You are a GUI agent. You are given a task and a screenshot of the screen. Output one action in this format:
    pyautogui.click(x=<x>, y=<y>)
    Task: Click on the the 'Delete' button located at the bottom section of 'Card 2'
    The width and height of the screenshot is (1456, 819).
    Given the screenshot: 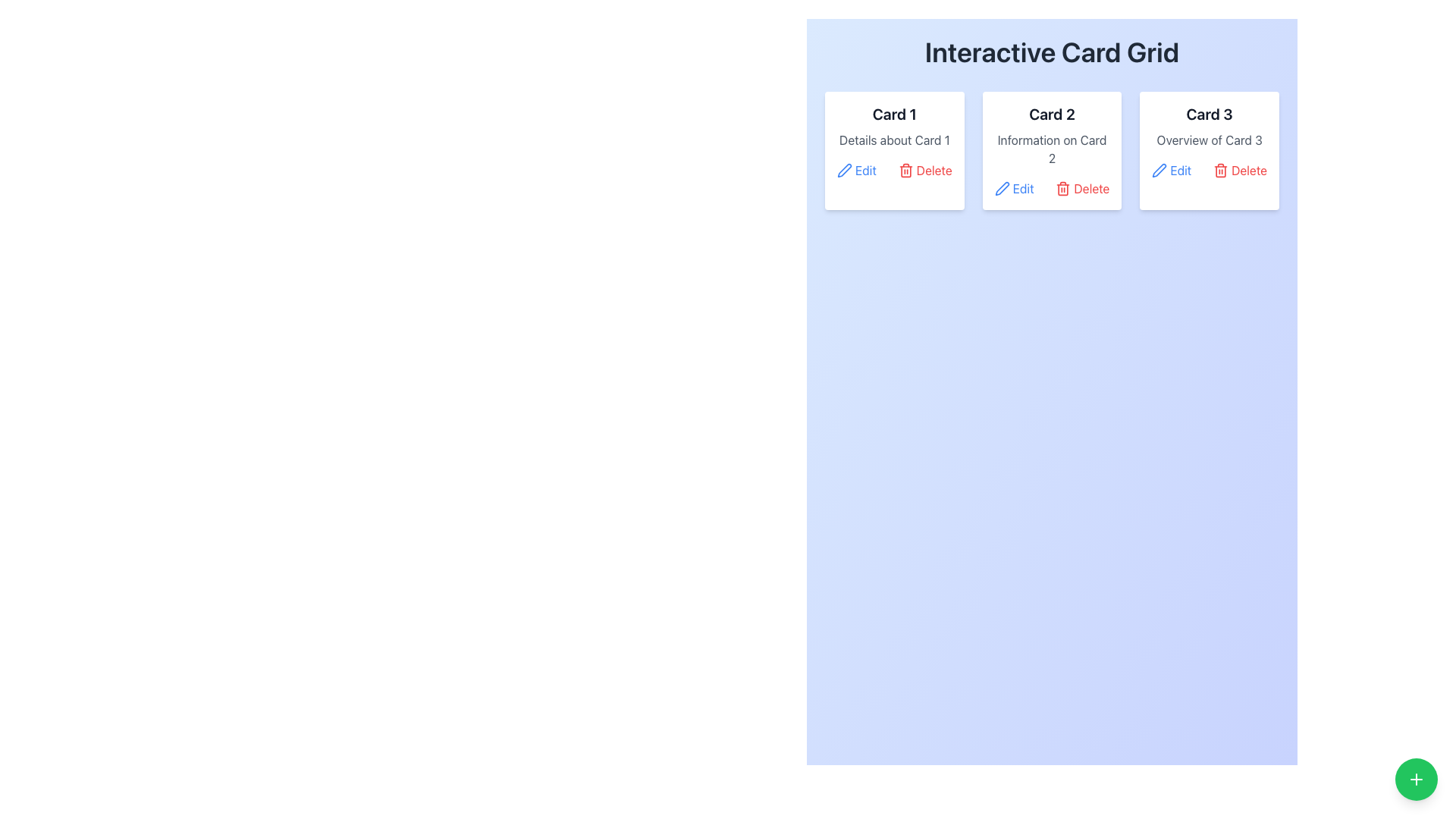 What is the action you would take?
    pyautogui.click(x=1051, y=188)
    